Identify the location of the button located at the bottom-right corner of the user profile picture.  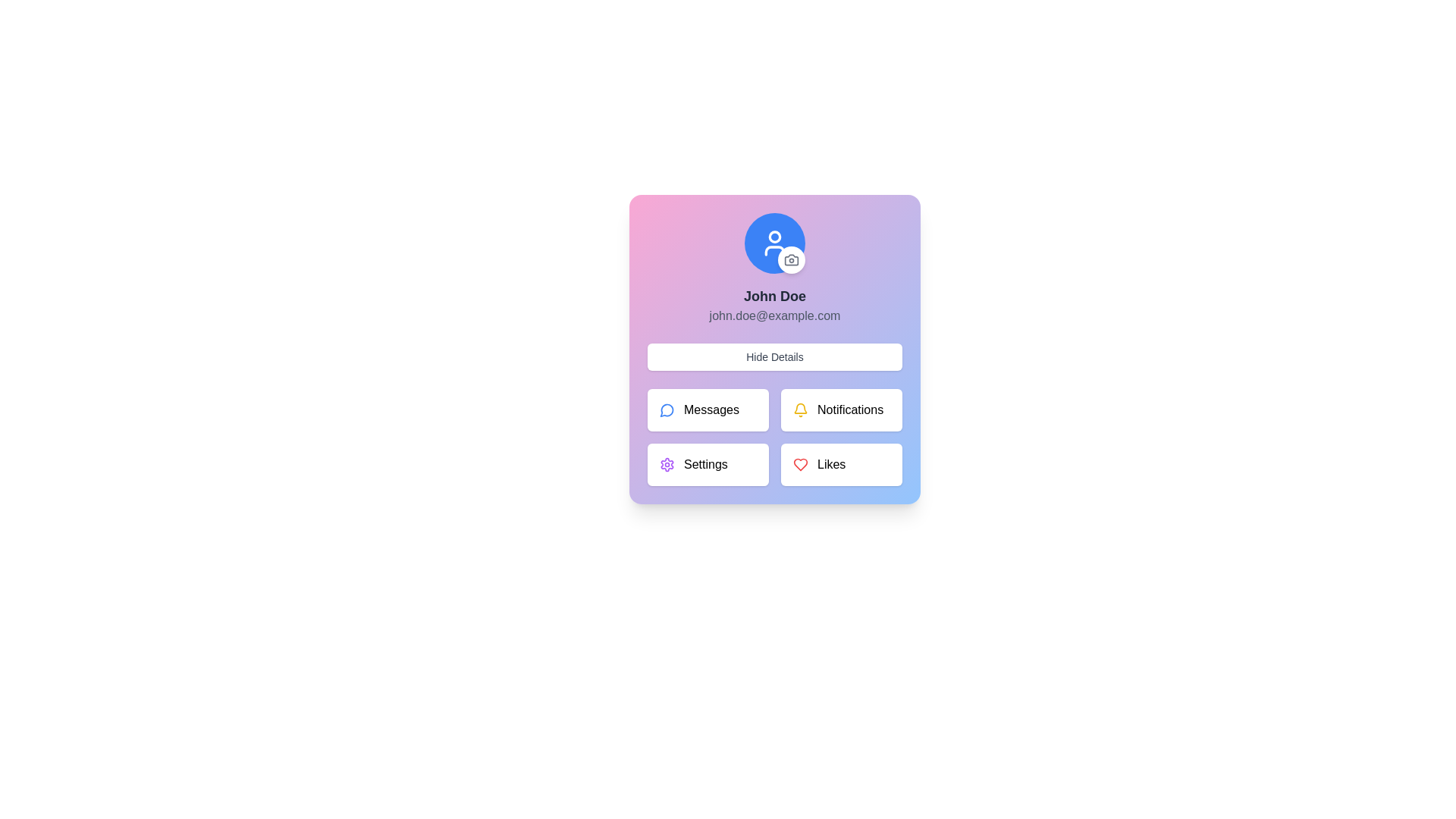
(790, 259).